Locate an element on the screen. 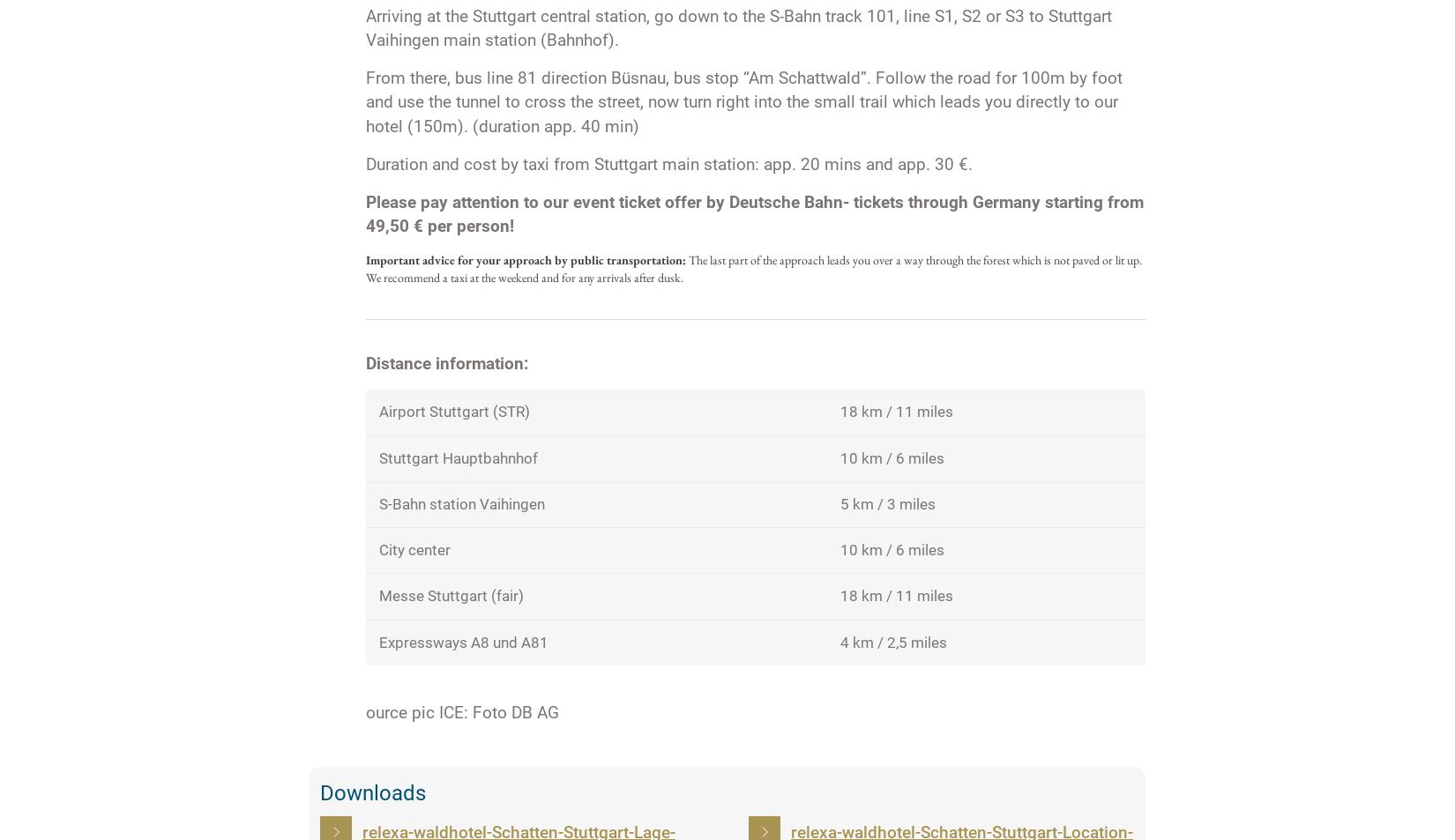 The width and height of the screenshot is (1455, 840). 'ource pic ICE: Foto DB AG' is located at coordinates (460, 711).